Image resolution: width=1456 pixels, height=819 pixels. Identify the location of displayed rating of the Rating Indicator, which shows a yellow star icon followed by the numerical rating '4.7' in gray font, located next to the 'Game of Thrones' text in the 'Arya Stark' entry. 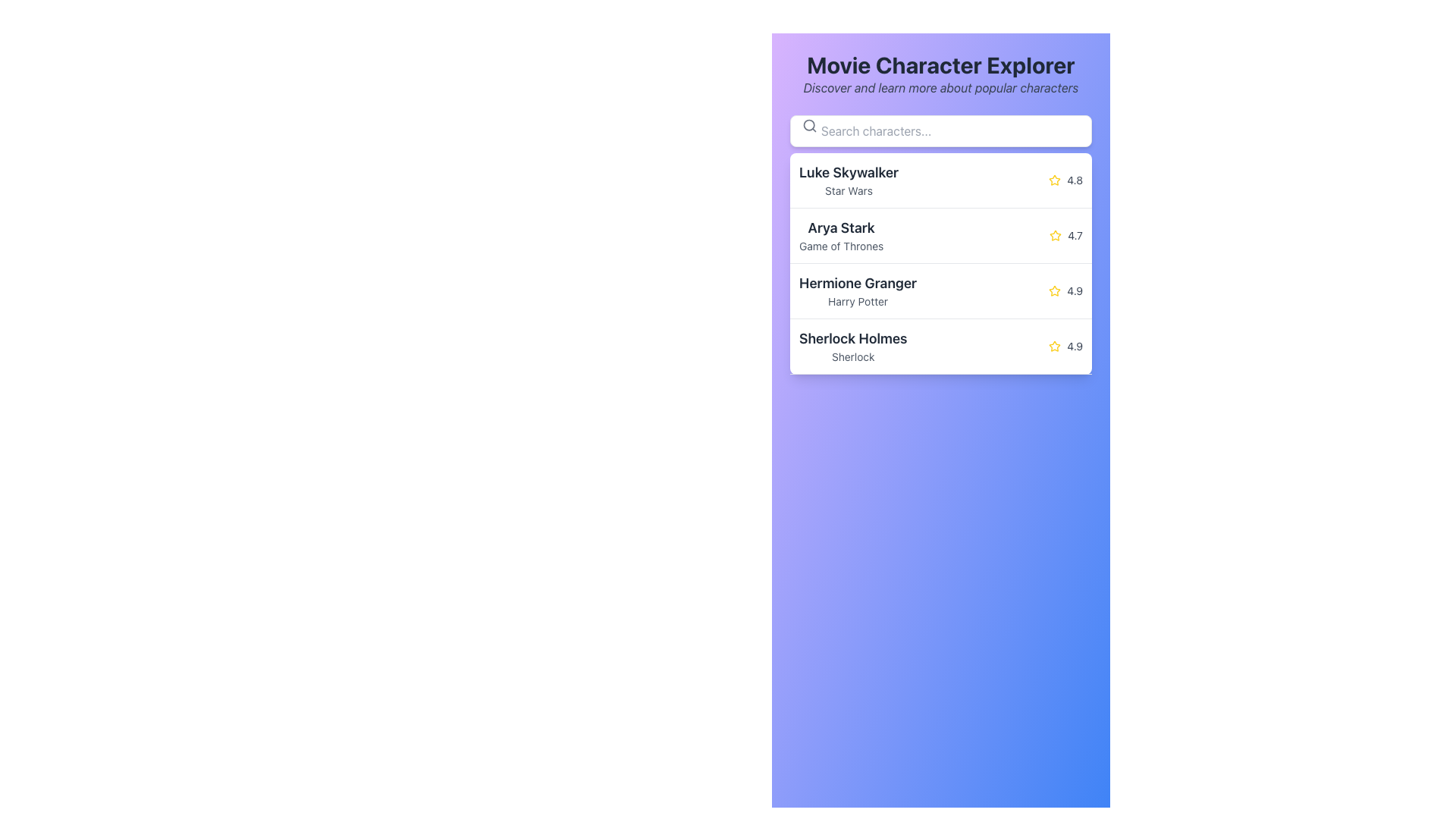
(1065, 236).